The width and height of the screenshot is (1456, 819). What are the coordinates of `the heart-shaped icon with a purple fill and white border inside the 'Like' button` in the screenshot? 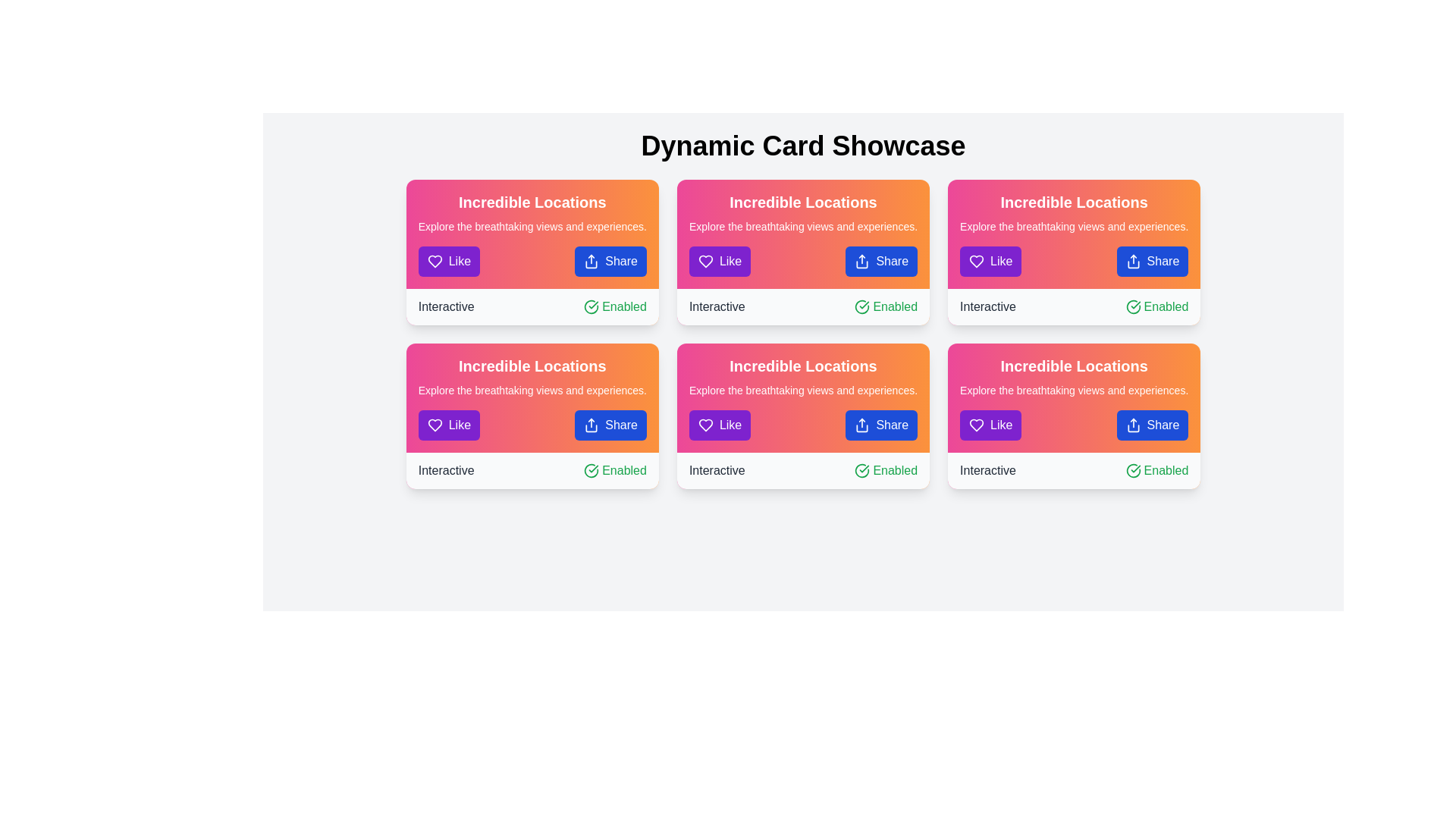 It's located at (977, 425).